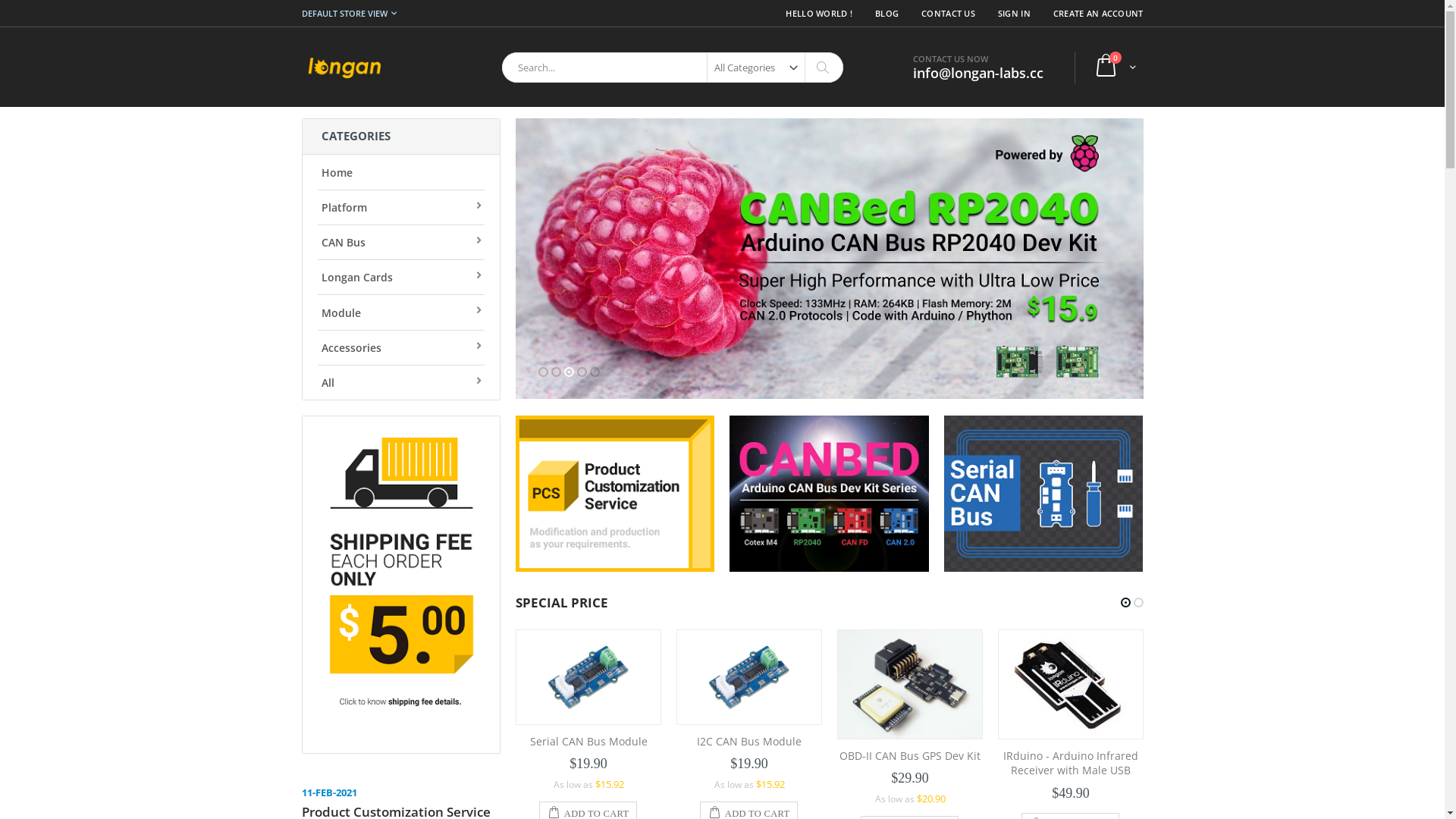 The width and height of the screenshot is (1456, 819). What do you see at coordinates (315, 381) in the screenshot?
I see `'All'` at bounding box center [315, 381].